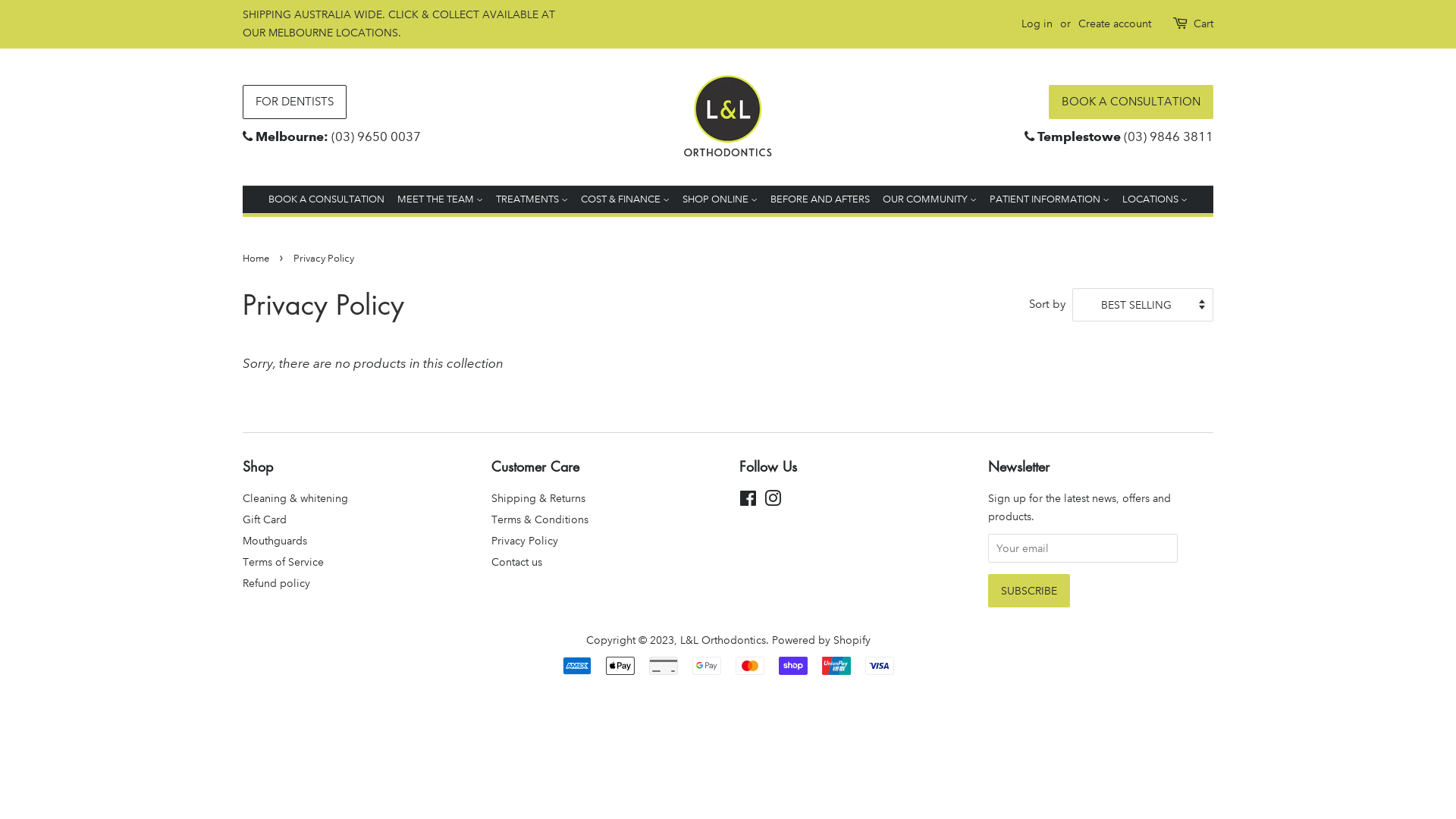 This screenshot has width=1456, height=819. Describe the element at coordinates (721, 640) in the screenshot. I see `'L&L Orthodontics'` at that location.